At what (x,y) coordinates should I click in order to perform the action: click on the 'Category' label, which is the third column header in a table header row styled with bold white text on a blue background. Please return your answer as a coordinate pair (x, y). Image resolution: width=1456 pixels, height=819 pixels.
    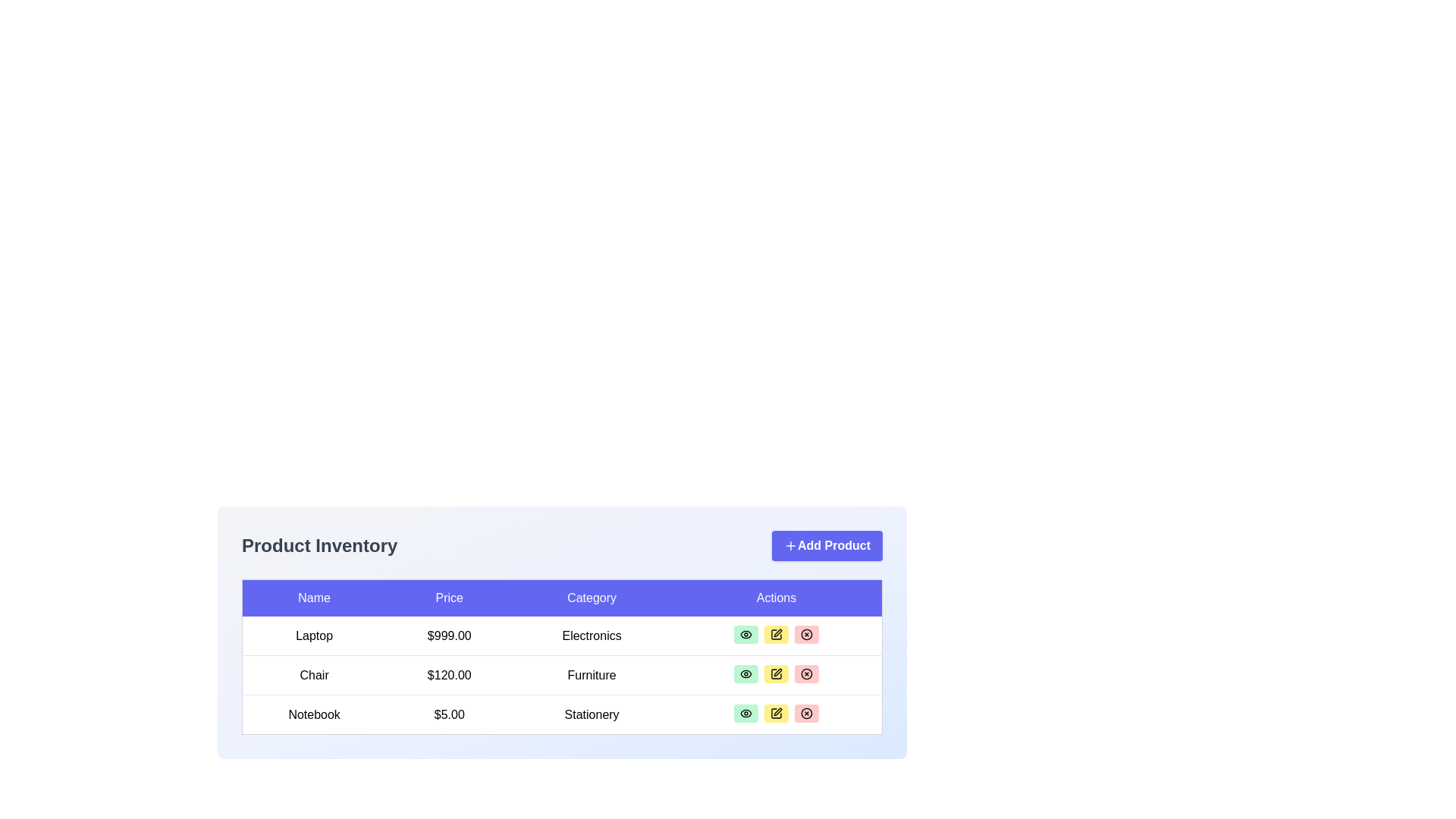
    Looking at the image, I should click on (591, 597).